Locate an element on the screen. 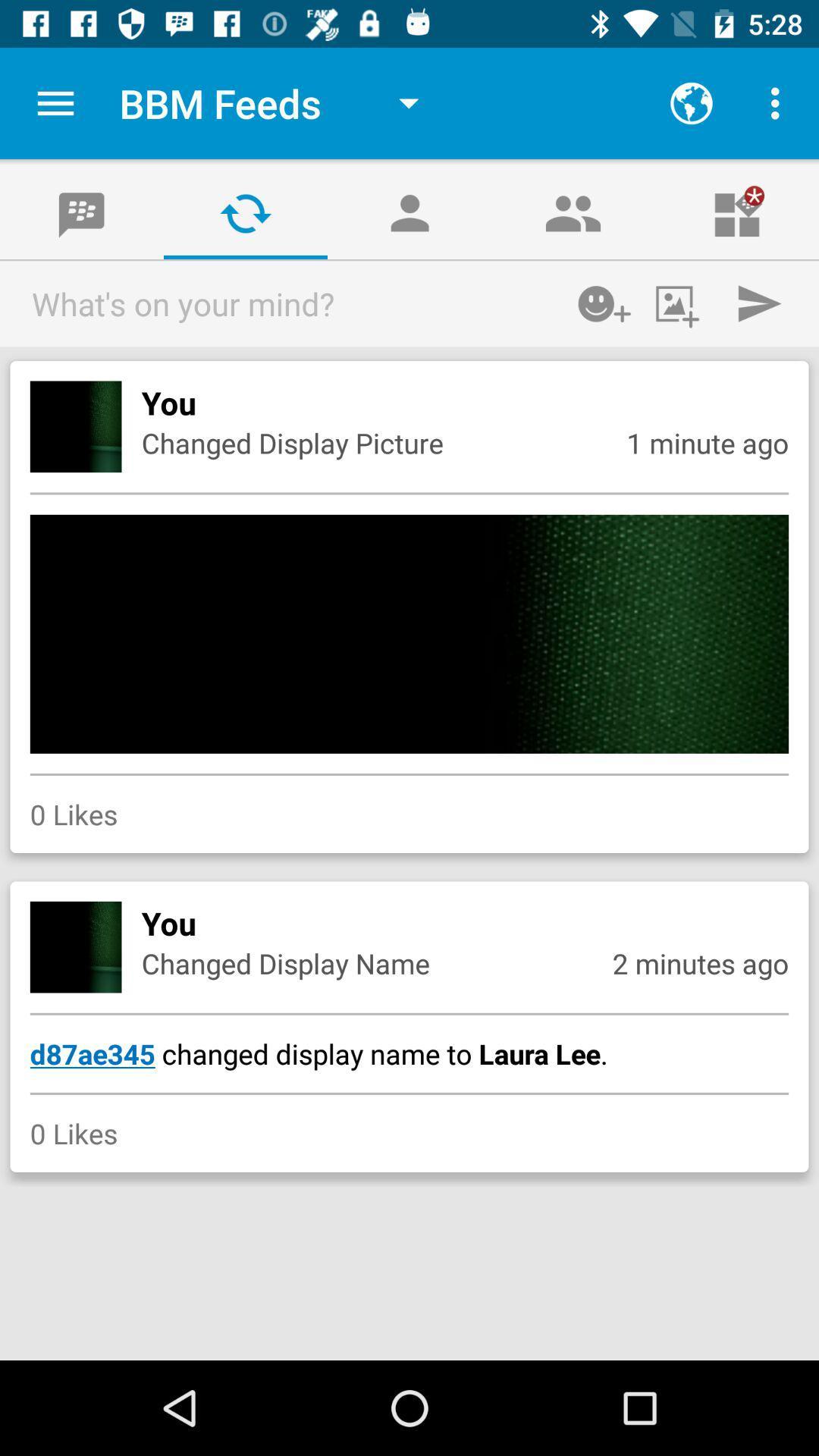  the second icon next to whats on your mind is located at coordinates (681, 303).